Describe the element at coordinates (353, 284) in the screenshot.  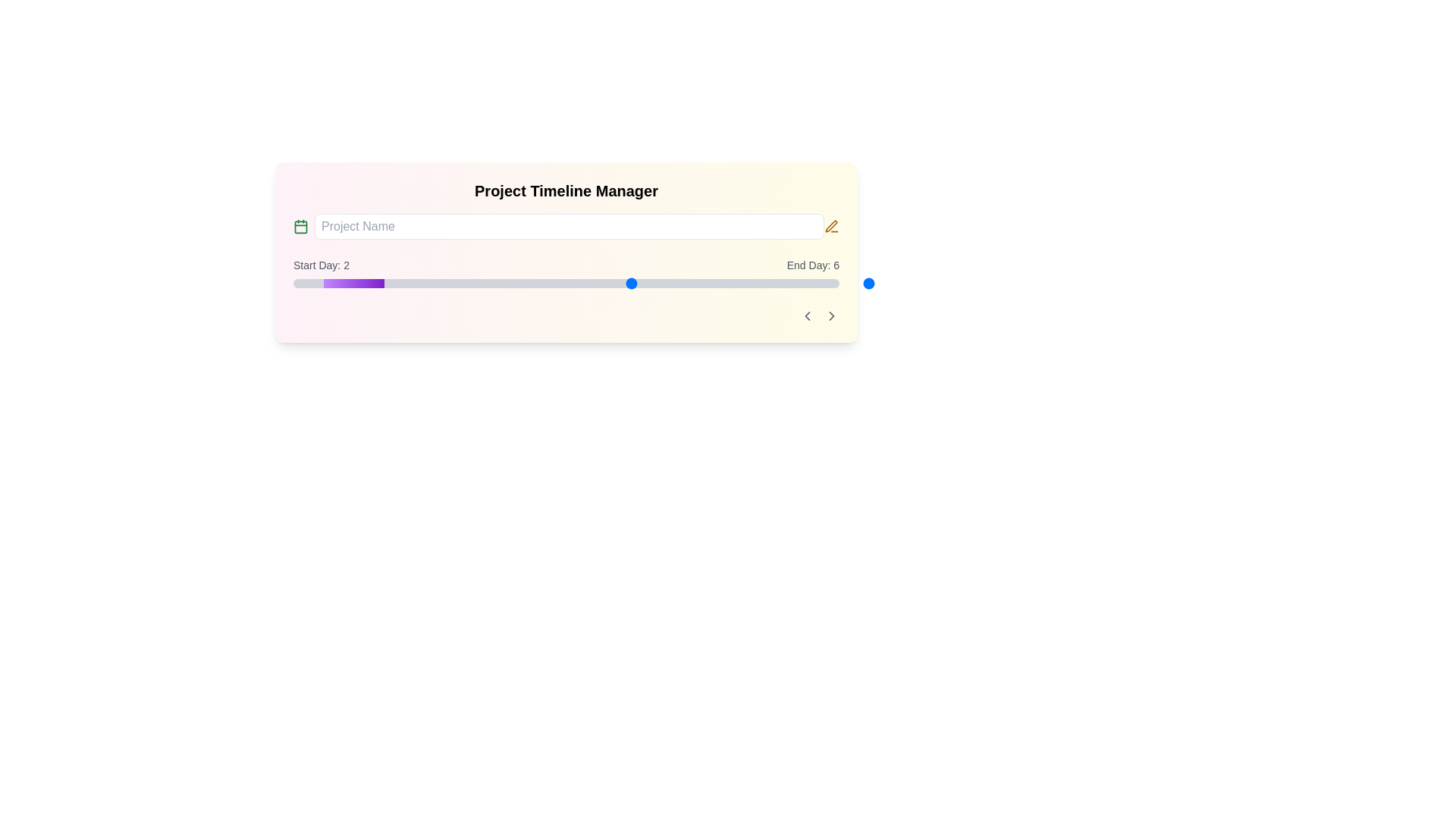
I see `the purple to violet gradient segment of the progress bar located towards the left end of the larger gray progress bar` at that location.